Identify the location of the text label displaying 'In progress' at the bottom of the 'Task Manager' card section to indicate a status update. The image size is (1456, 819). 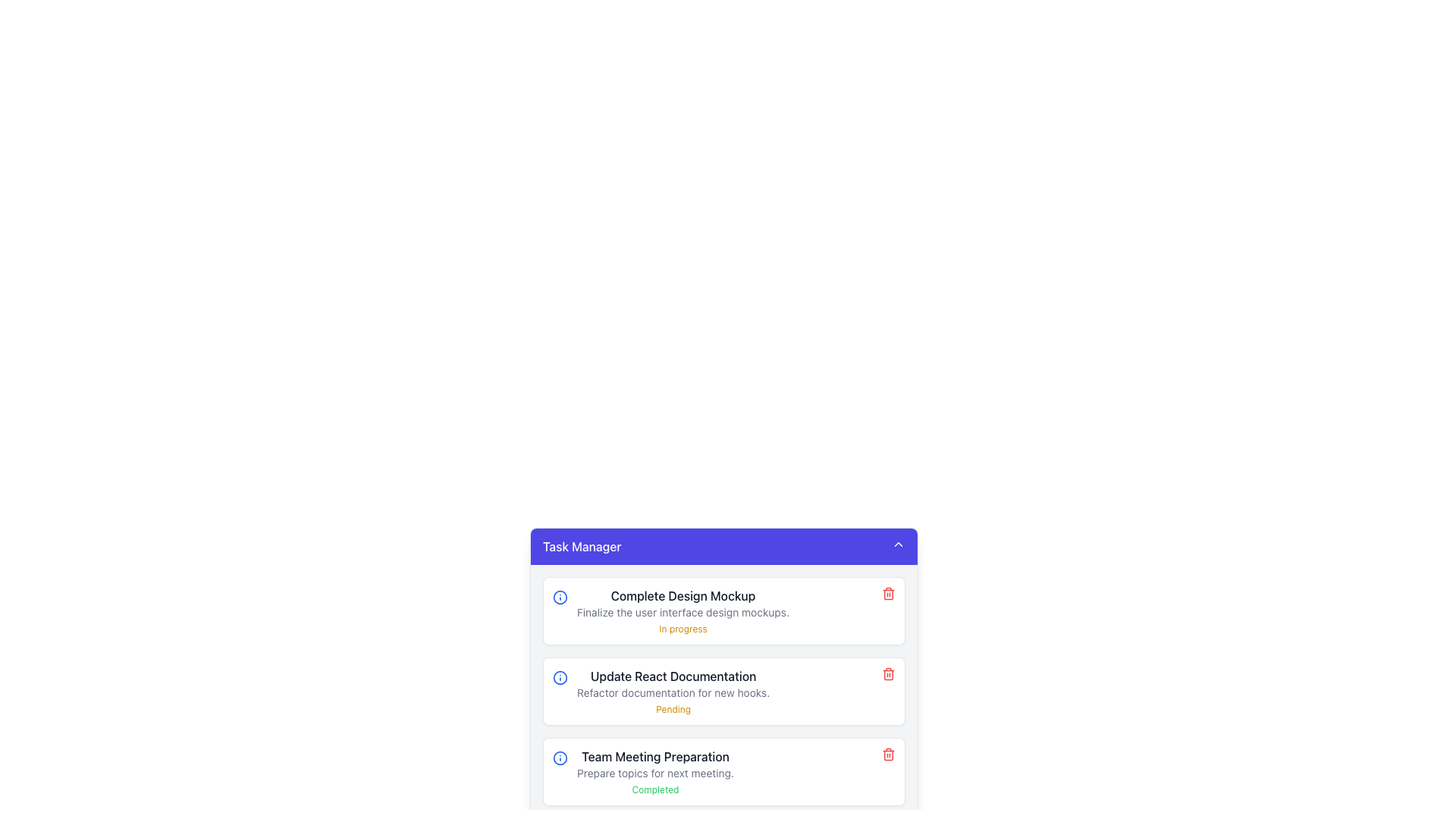
(682, 629).